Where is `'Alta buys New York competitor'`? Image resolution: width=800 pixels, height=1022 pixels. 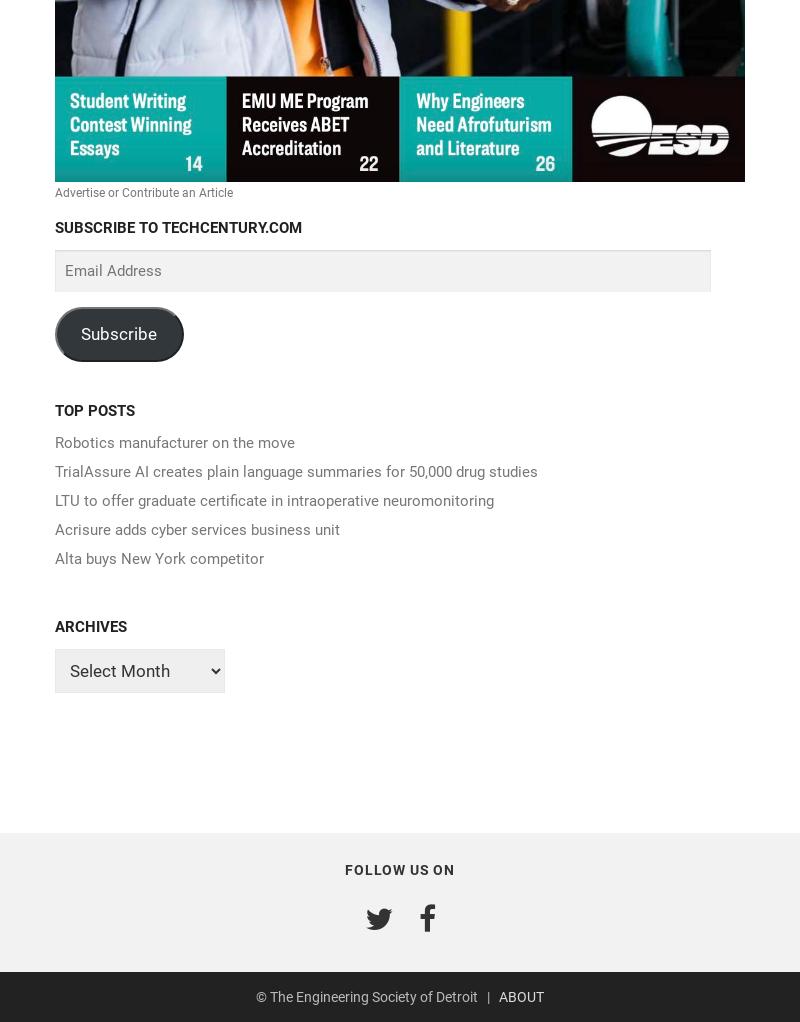
'Alta buys New York competitor' is located at coordinates (159, 558).